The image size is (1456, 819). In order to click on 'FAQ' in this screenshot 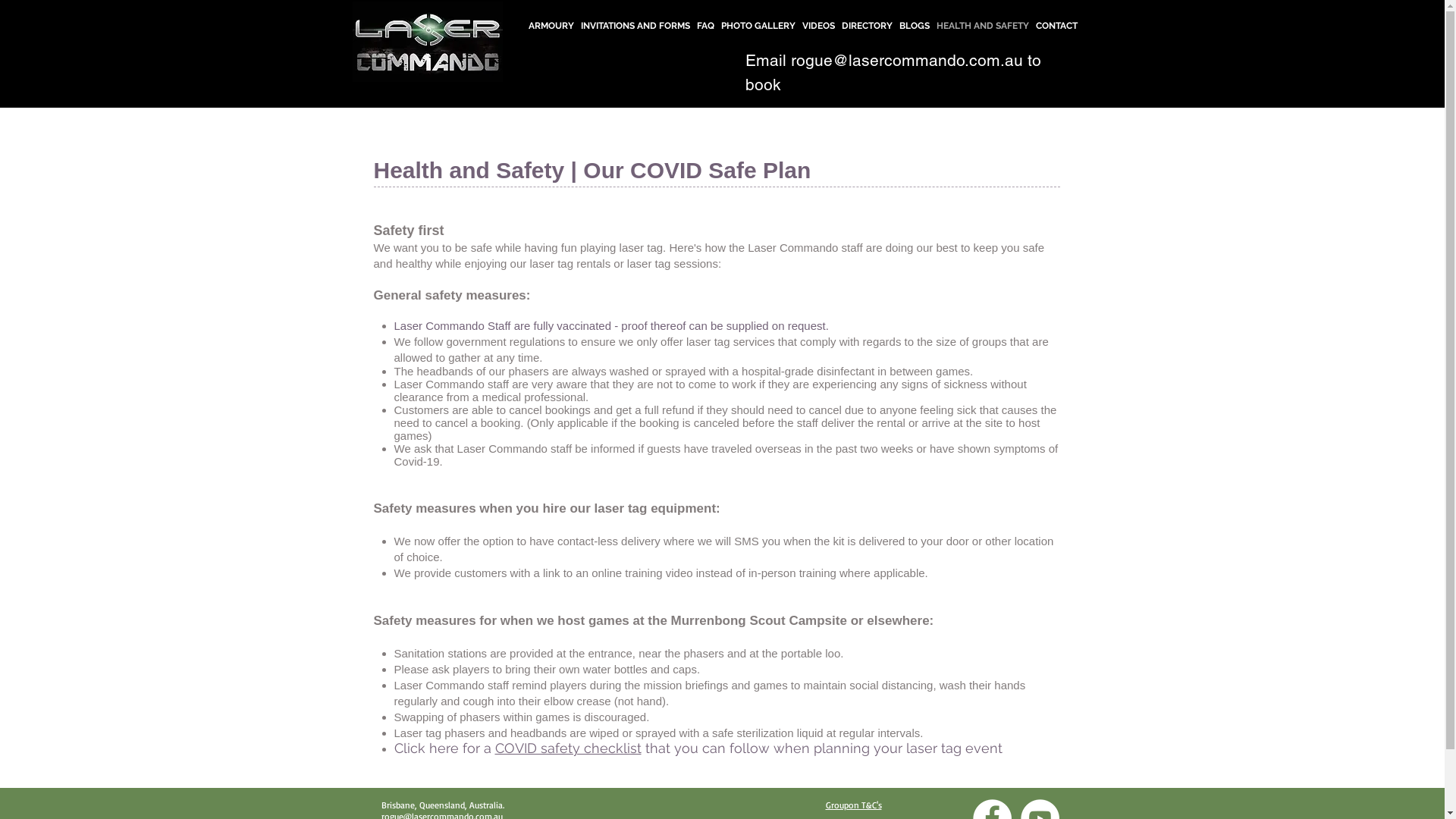, I will do `click(704, 26)`.